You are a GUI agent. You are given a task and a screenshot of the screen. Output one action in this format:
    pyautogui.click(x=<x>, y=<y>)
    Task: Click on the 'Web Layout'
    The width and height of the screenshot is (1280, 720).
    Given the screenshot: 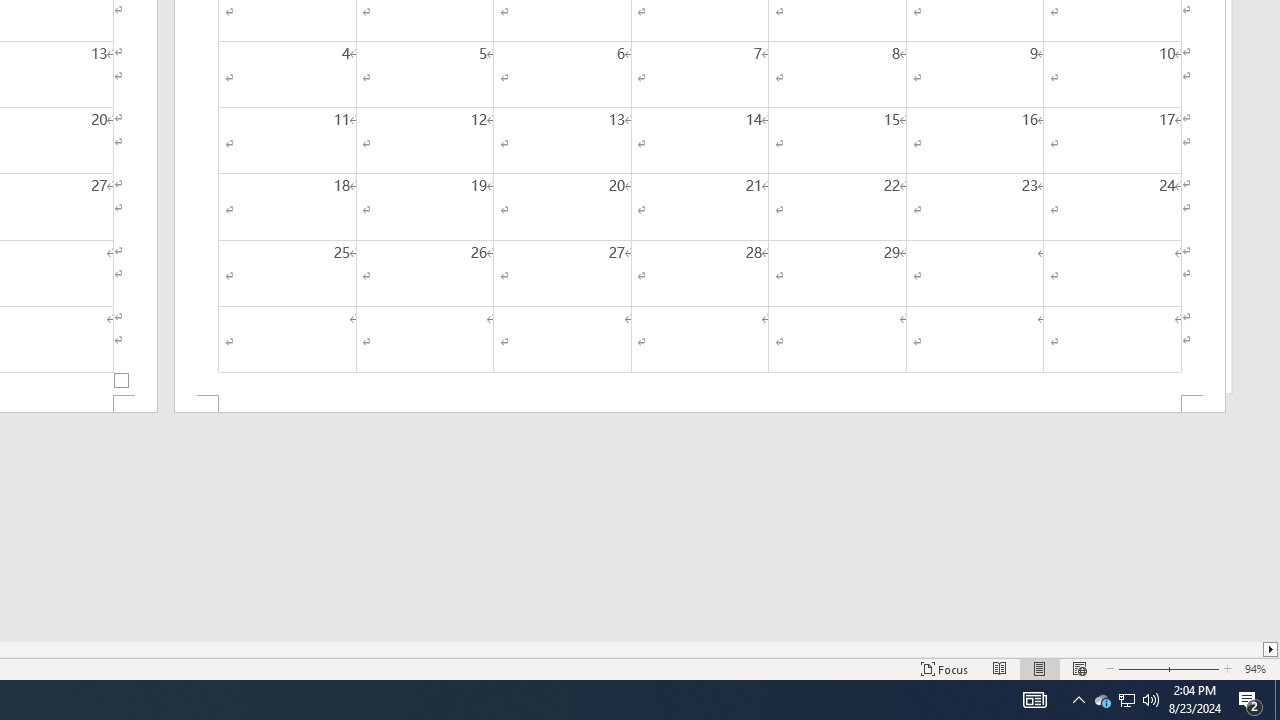 What is the action you would take?
    pyautogui.click(x=1078, y=669)
    